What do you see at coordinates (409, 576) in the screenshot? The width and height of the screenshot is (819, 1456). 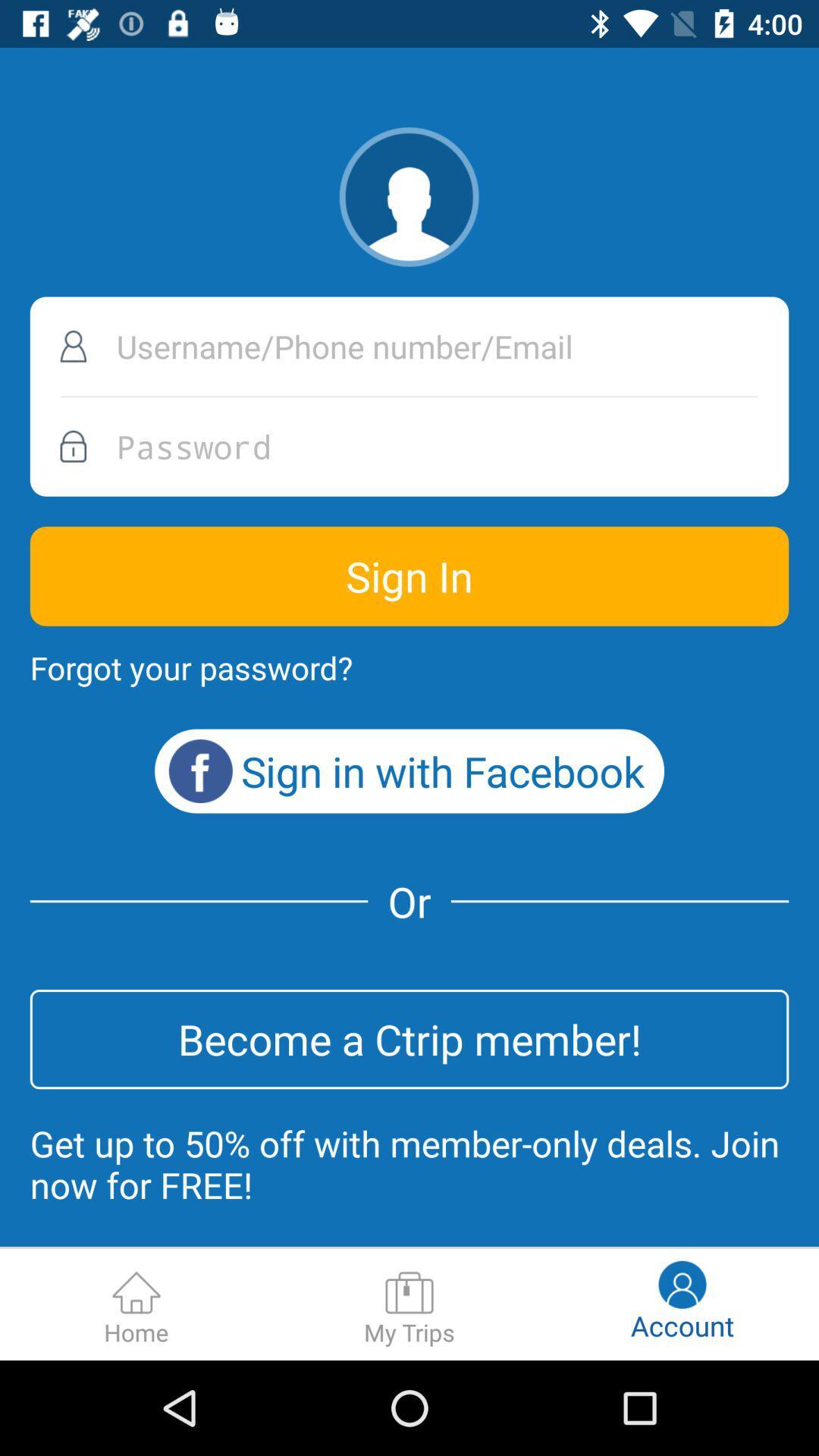 I see `sign in` at bounding box center [409, 576].